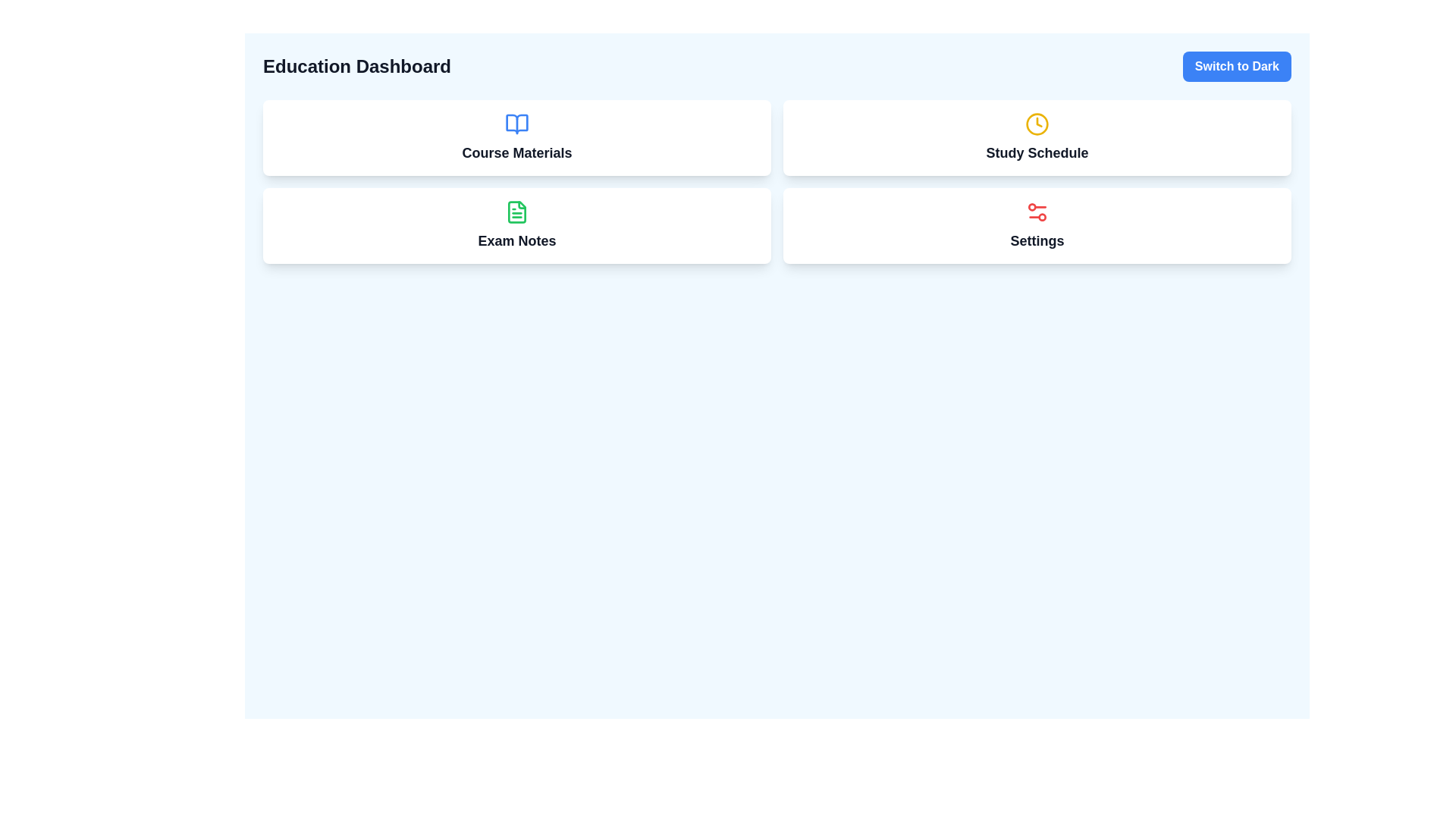 This screenshot has width=1456, height=819. What do you see at coordinates (516, 137) in the screenshot?
I see `the 'Course Materials' card component, which is a rectangular card with a white background, rounded corners, and a blue book icon at the top center` at bounding box center [516, 137].